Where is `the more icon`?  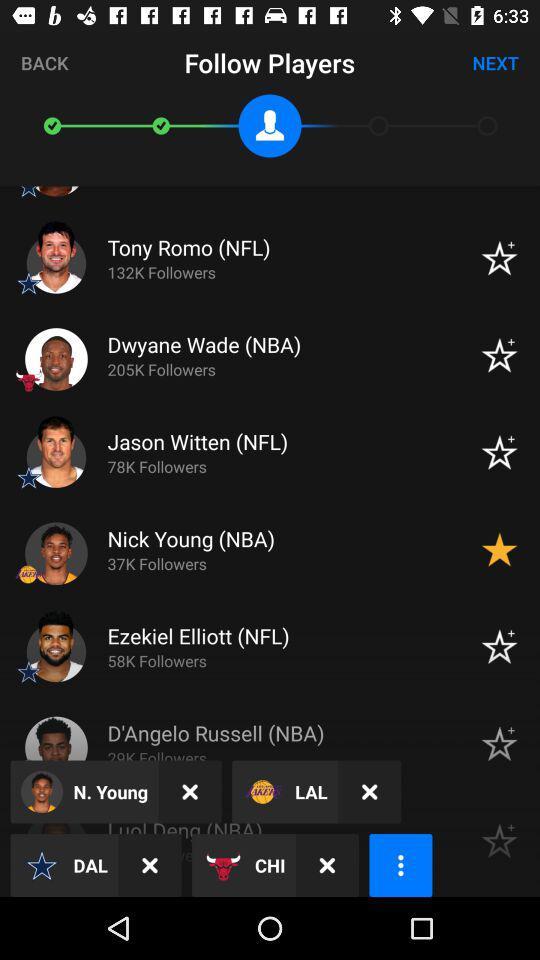
the more icon is located at coordinates (400, 864).